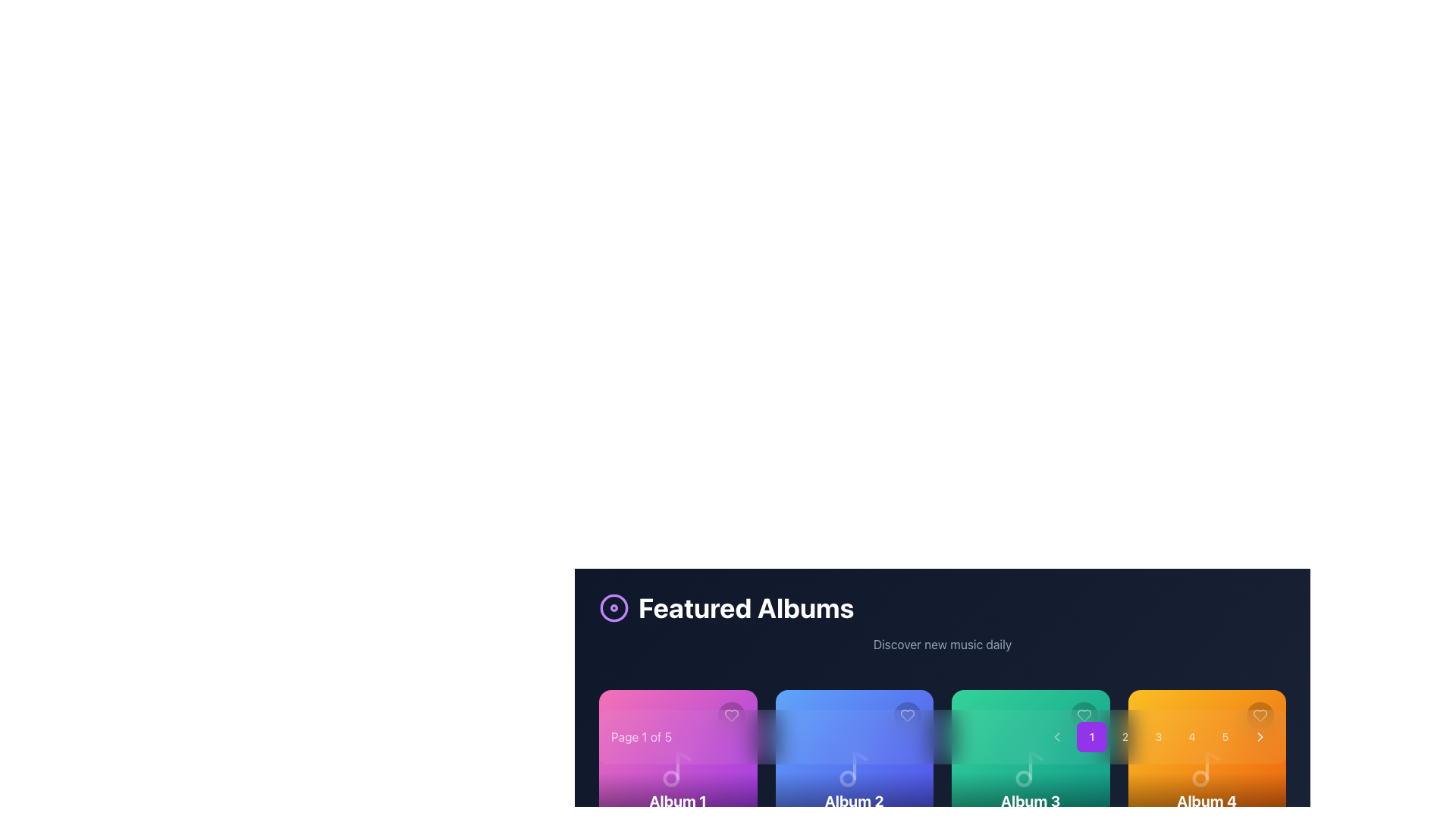  I want to click on the circular illustrative element in the middle-right section of the orange album card labeled 'Album 4', which is part of a music icon and situated above the album title, so click(1200, 779).